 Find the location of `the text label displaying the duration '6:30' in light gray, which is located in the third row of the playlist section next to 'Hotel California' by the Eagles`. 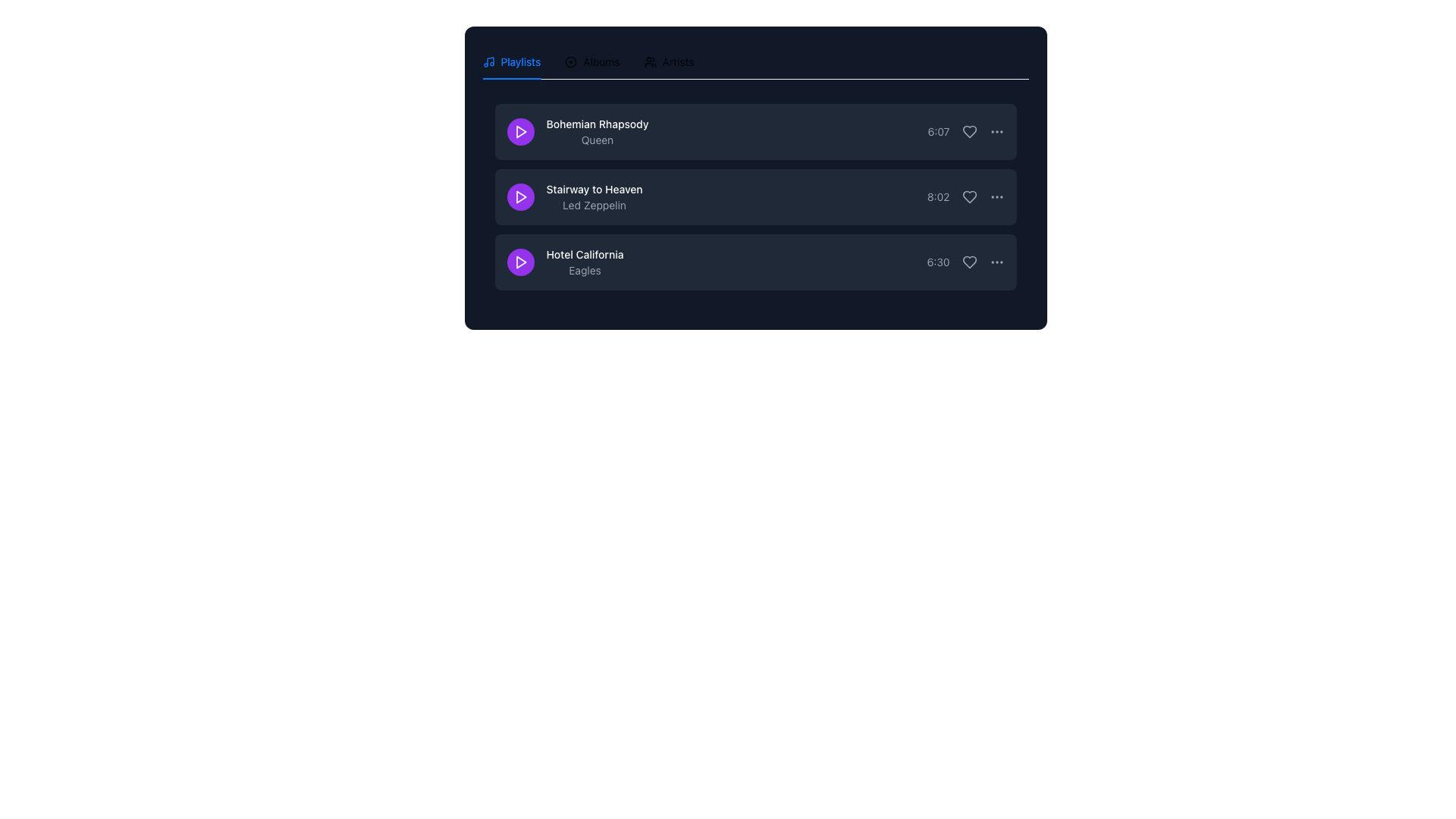

the text label displaying the duration '6:30' in light gray, which is located in the third row of the playlist section next to 'Hotel California' by the Eagles is located at coordinates (937, 262).